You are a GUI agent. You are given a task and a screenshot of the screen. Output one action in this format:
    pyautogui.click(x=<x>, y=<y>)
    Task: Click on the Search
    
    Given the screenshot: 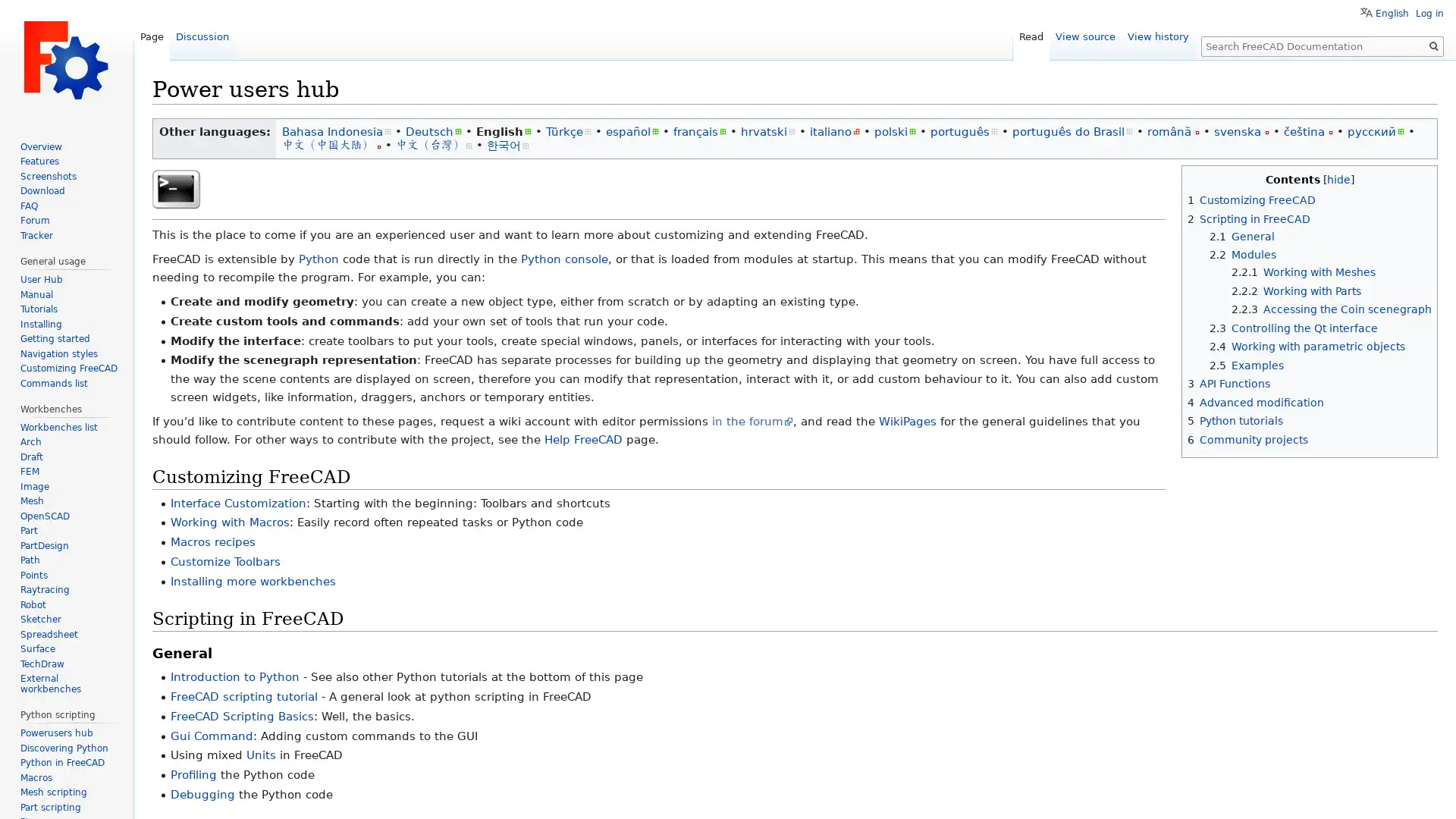 What is the action you would take?
    pyautogui.click(x=1433, y=45)
    